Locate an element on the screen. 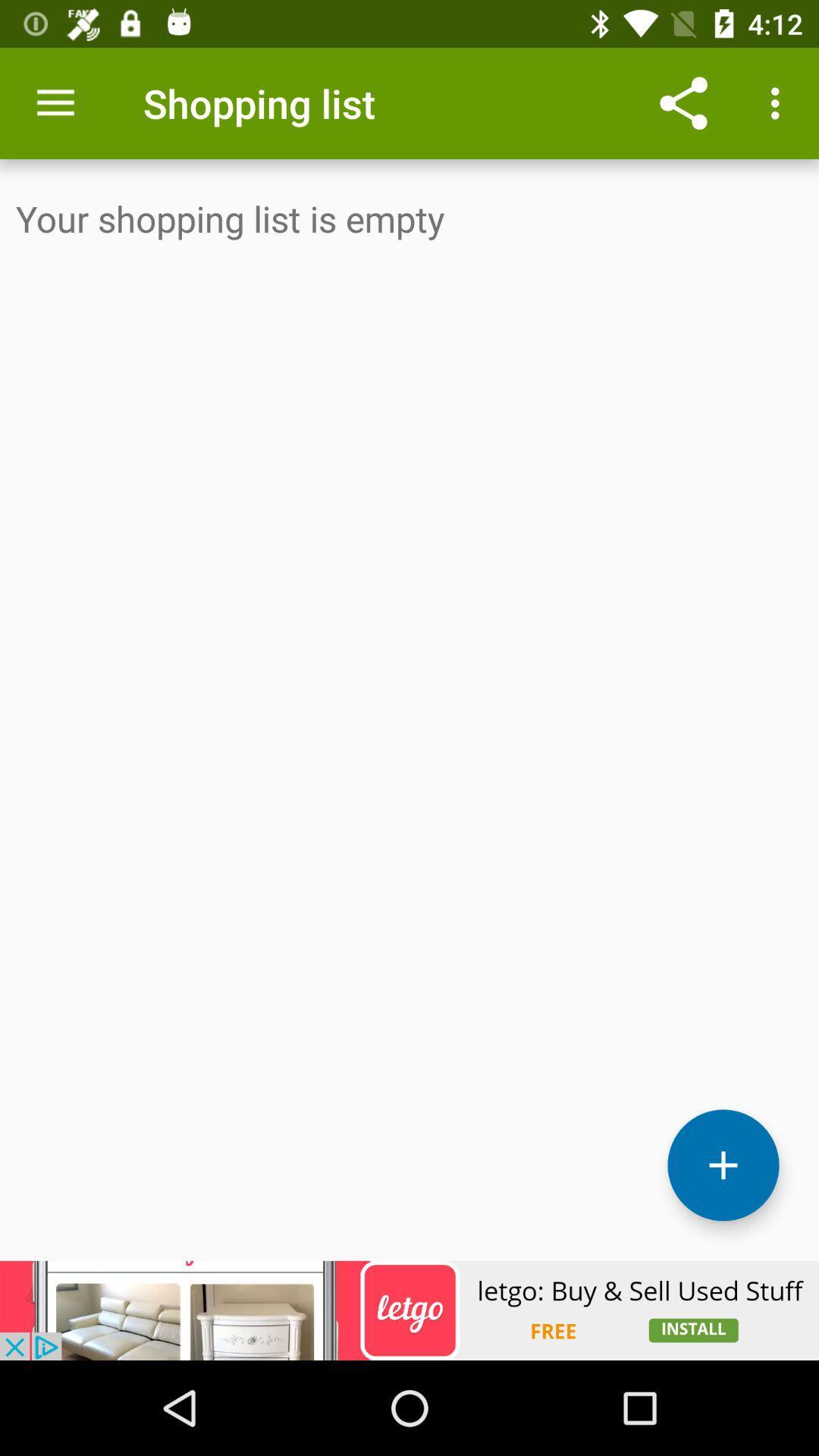 The height and width of the screenshot is (1456, 819). new item is located at coordinates (722, 1164).